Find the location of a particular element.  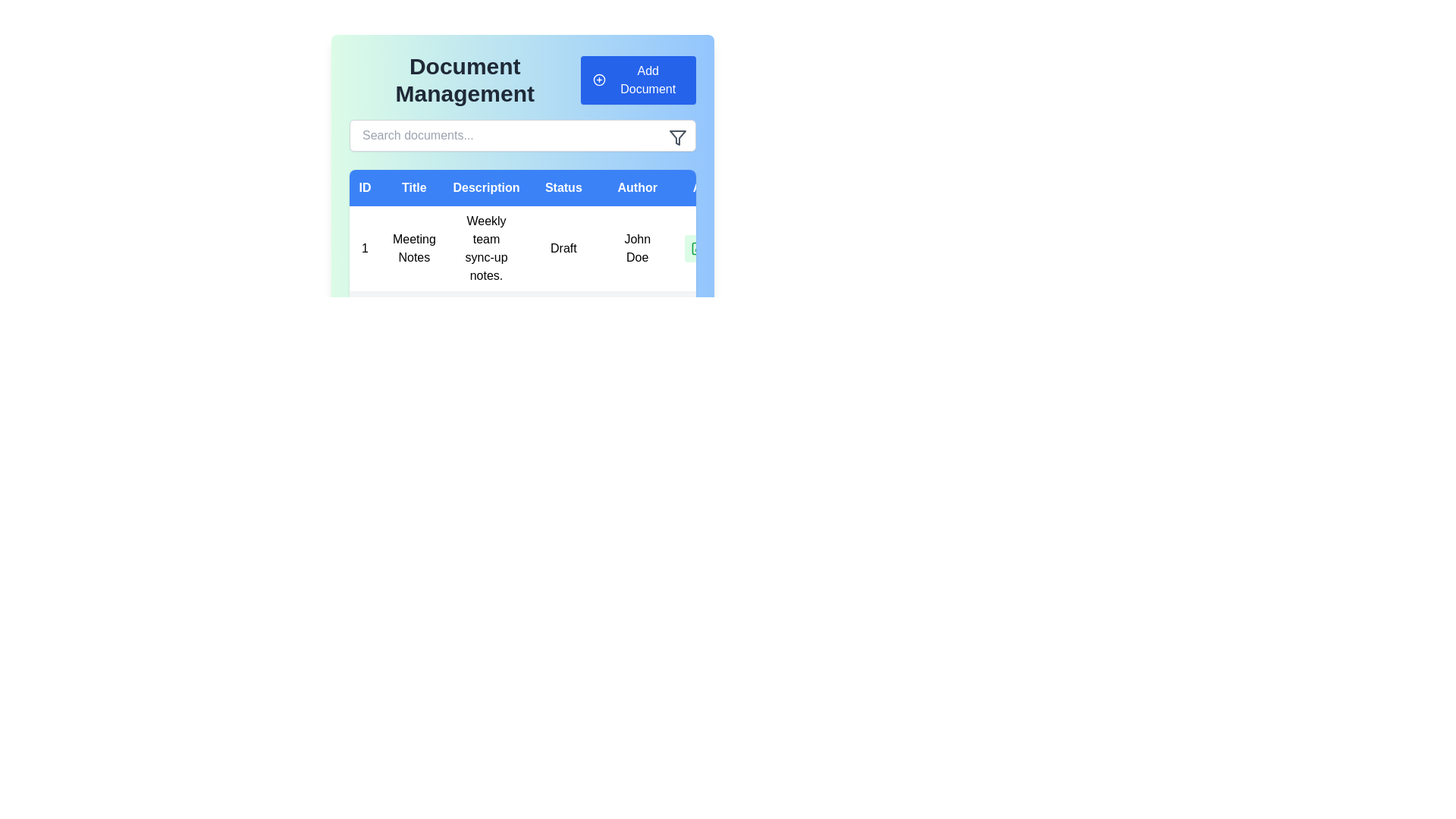

the icon button located in the first row of the data table, aligned to the far-right side after the 'Author' column, to initiate an edit operation on the document 'Meeting Notes' is located at coordinates (698, 247).